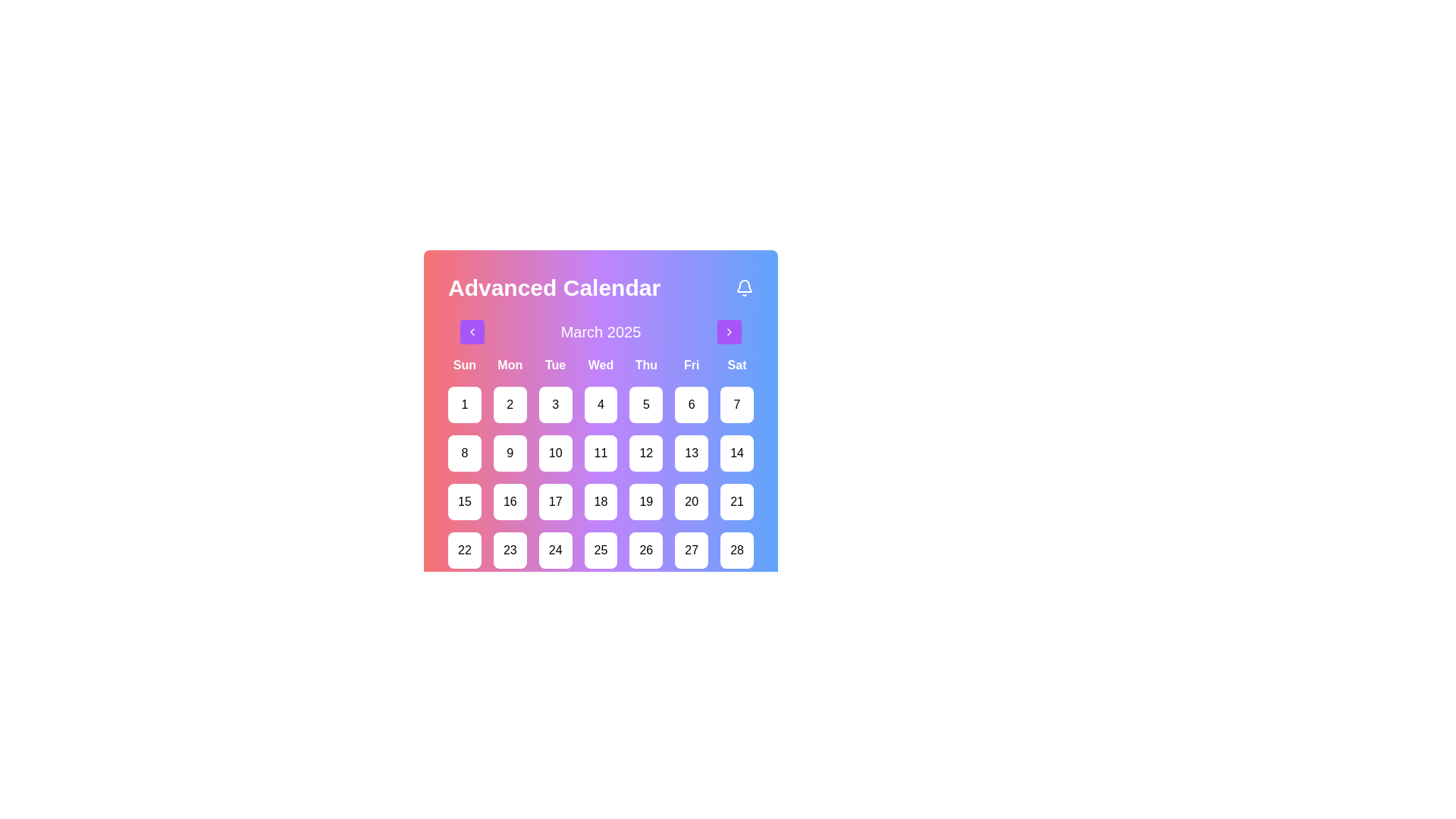 This screenshot has width=1456, height=819. Describe the element at coordinates (646, 550) in the screenshot. I see `the square-shaped button displaying the number '26' in the center, located in the last row of the calendar grid under 'Thu'` at that location.